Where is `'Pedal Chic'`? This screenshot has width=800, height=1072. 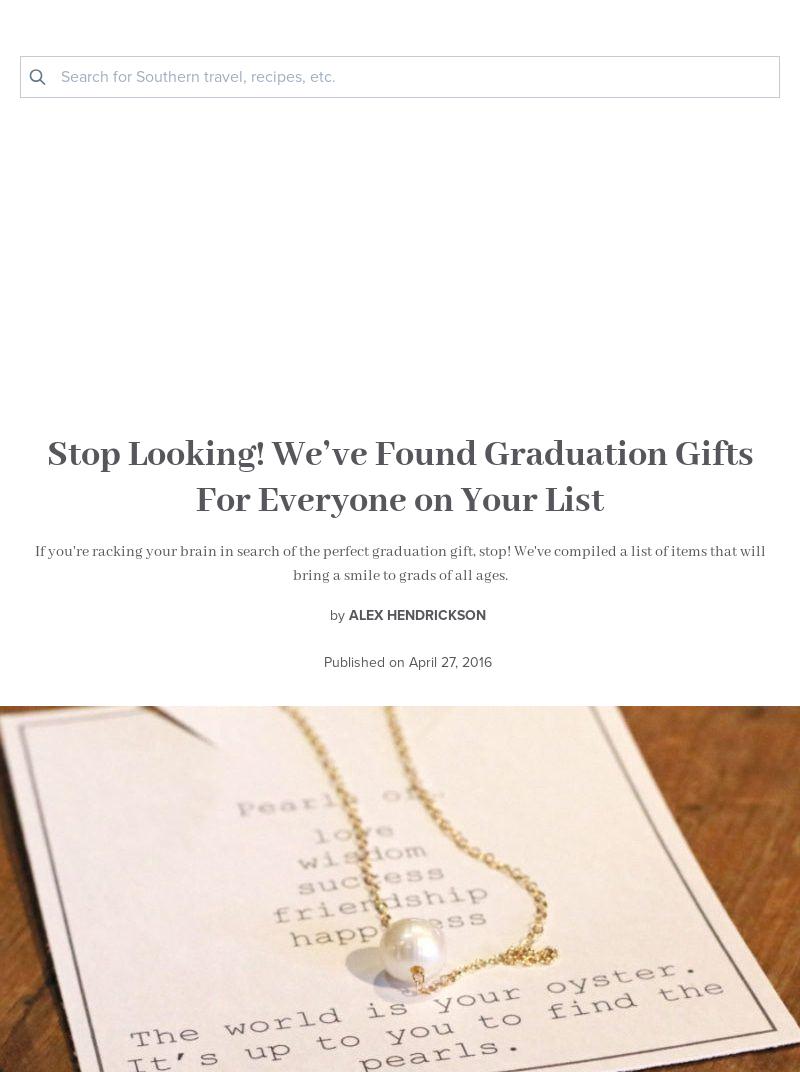 'Pedal Chic' is located at coordinates (178, 505).